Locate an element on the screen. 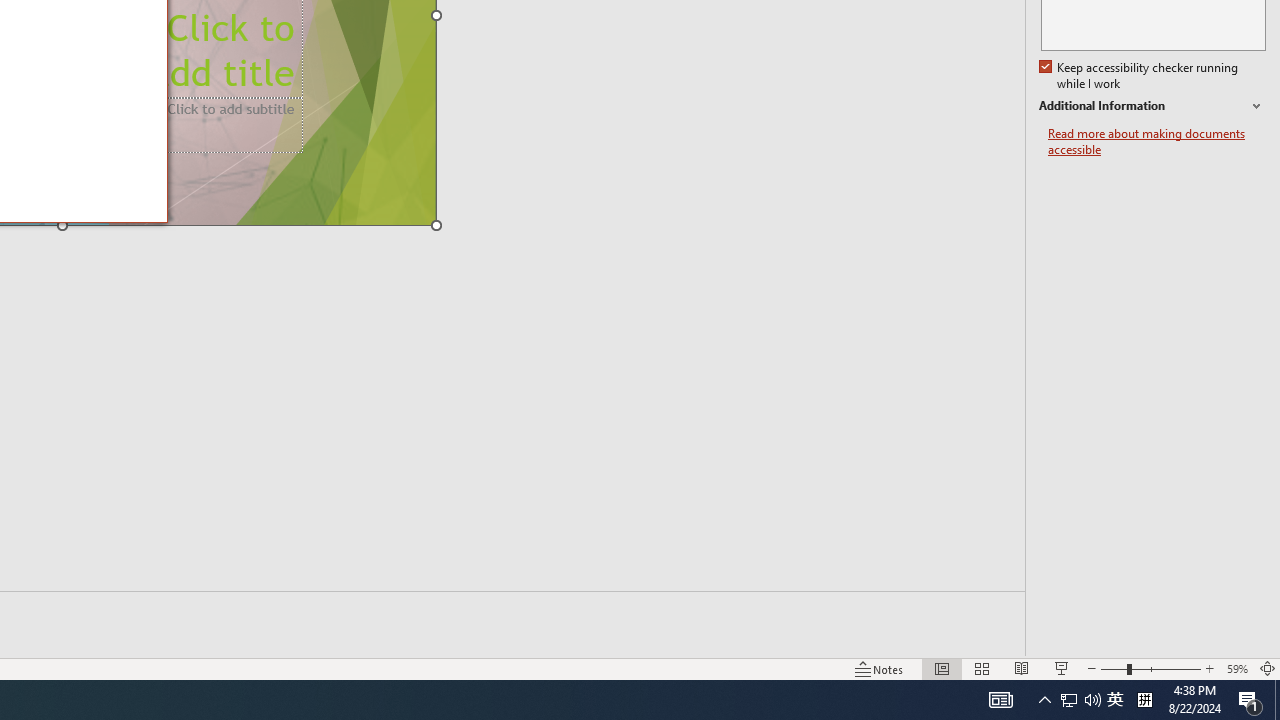 Image resolution: width=1280 pixels, height=720 pixels. 'Keep accessibility checker running while I work' is located at coordinates (1140, 75).